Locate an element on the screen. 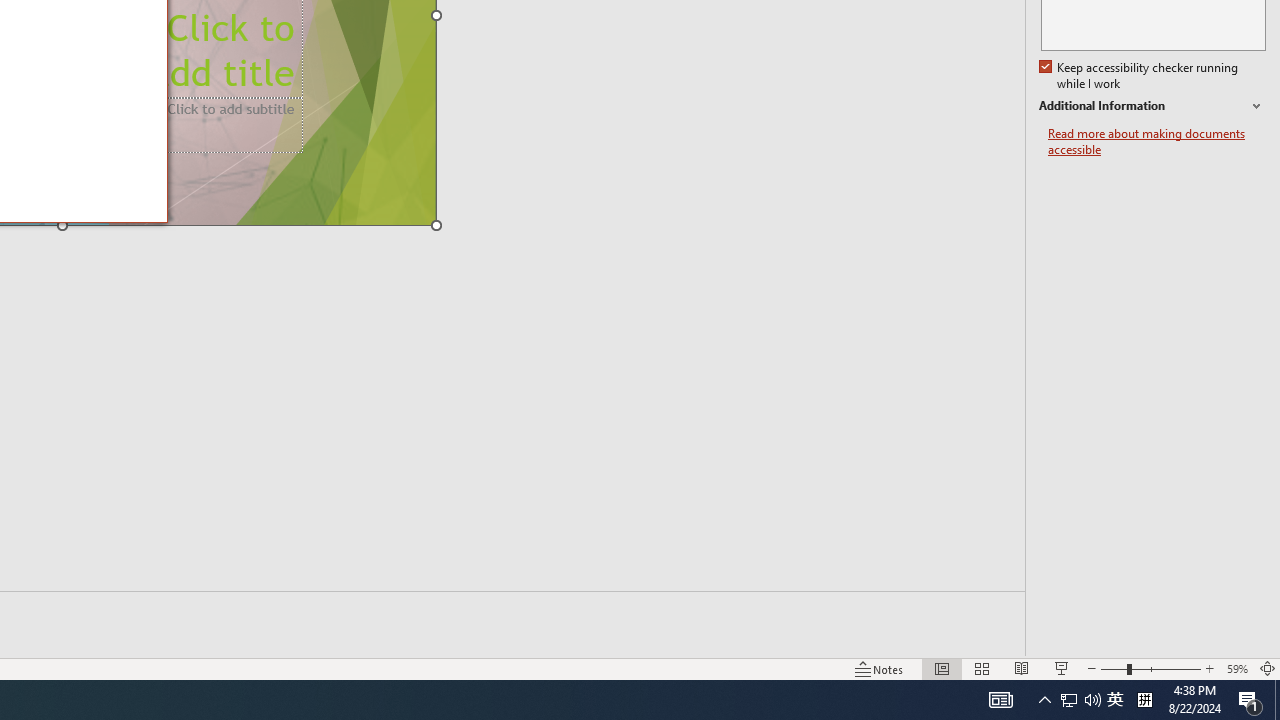 Image resolution: width=1280 pixels, height=720 pixels. 'Keep accessibility checker running while I work' is located at coordinates (1140, 75).